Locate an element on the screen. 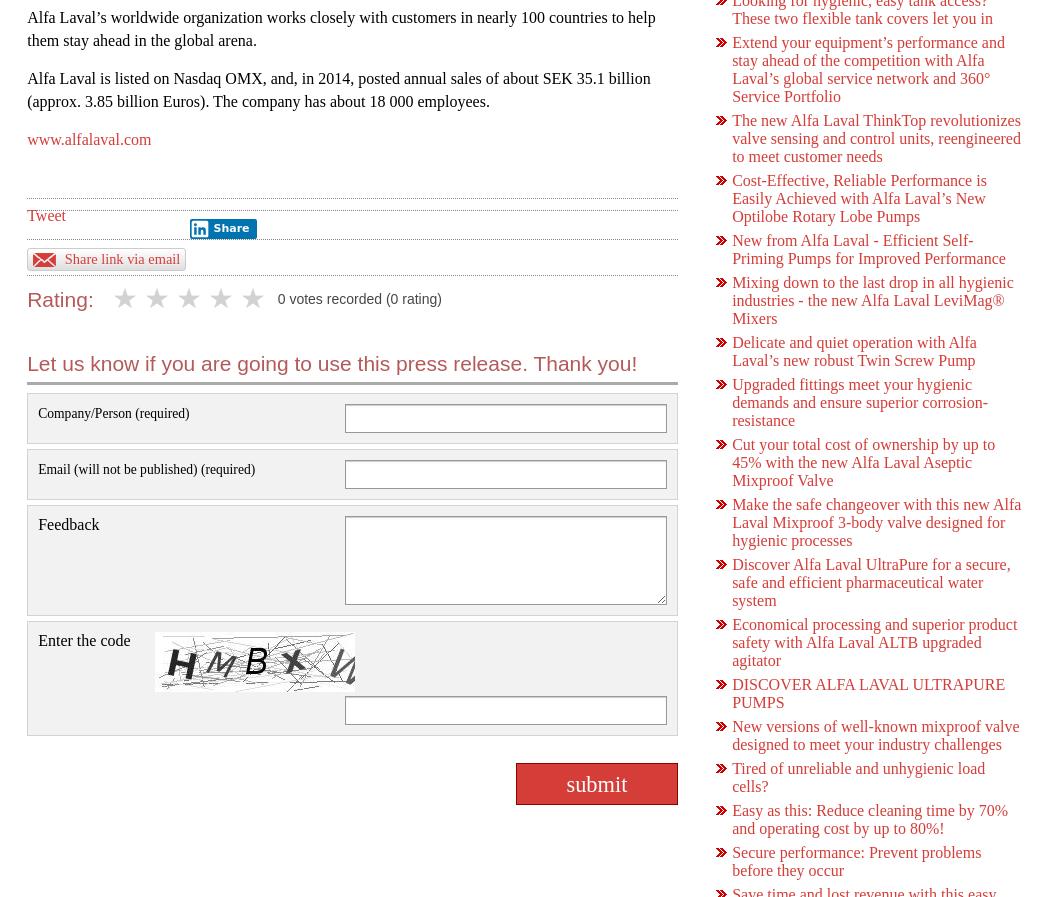  'Enter the code' is located at coordinates (84, 639).